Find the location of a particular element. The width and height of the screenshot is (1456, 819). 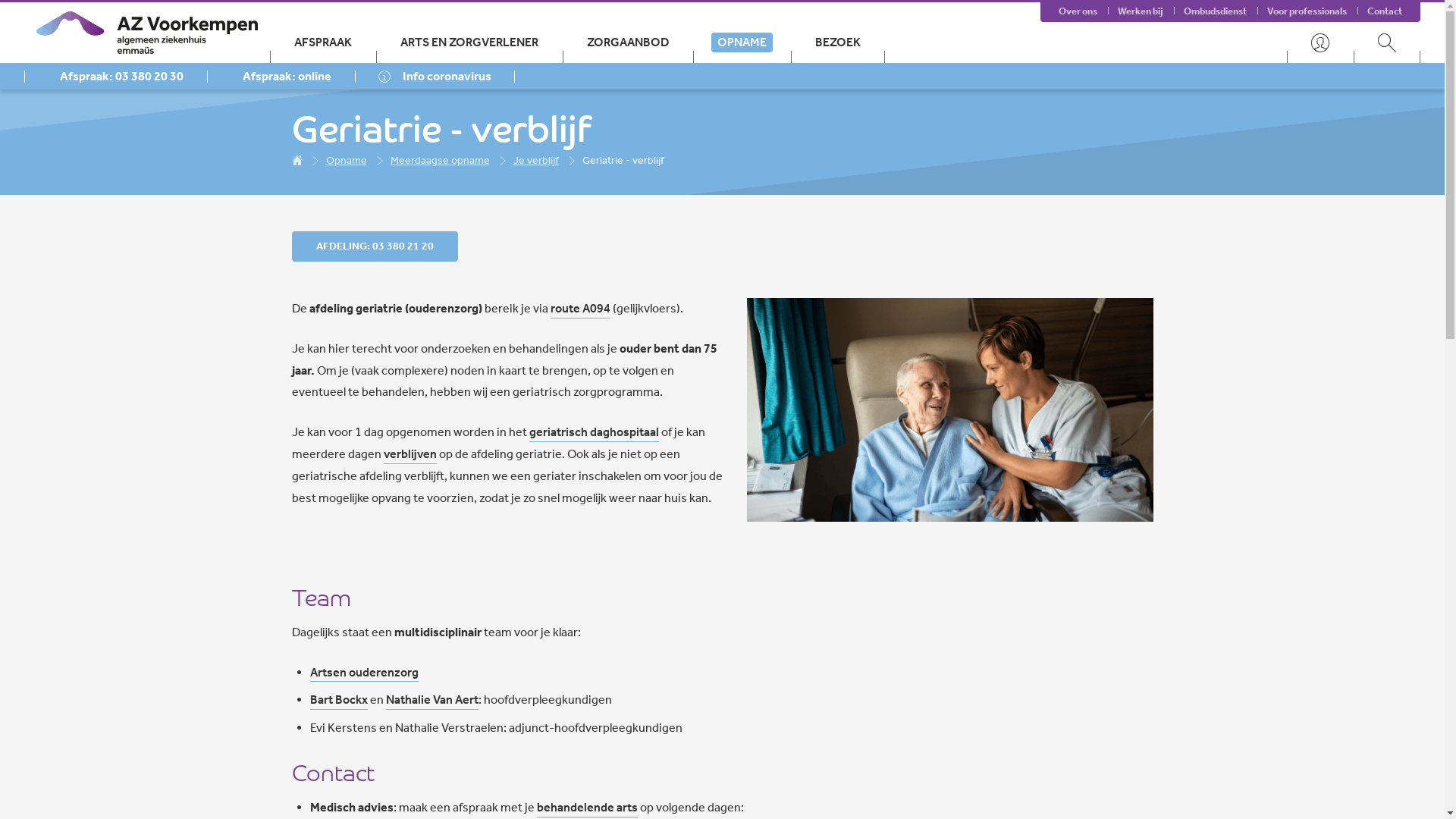

'geriatrisch daghospitaal' is located at coordinates (593, 432).